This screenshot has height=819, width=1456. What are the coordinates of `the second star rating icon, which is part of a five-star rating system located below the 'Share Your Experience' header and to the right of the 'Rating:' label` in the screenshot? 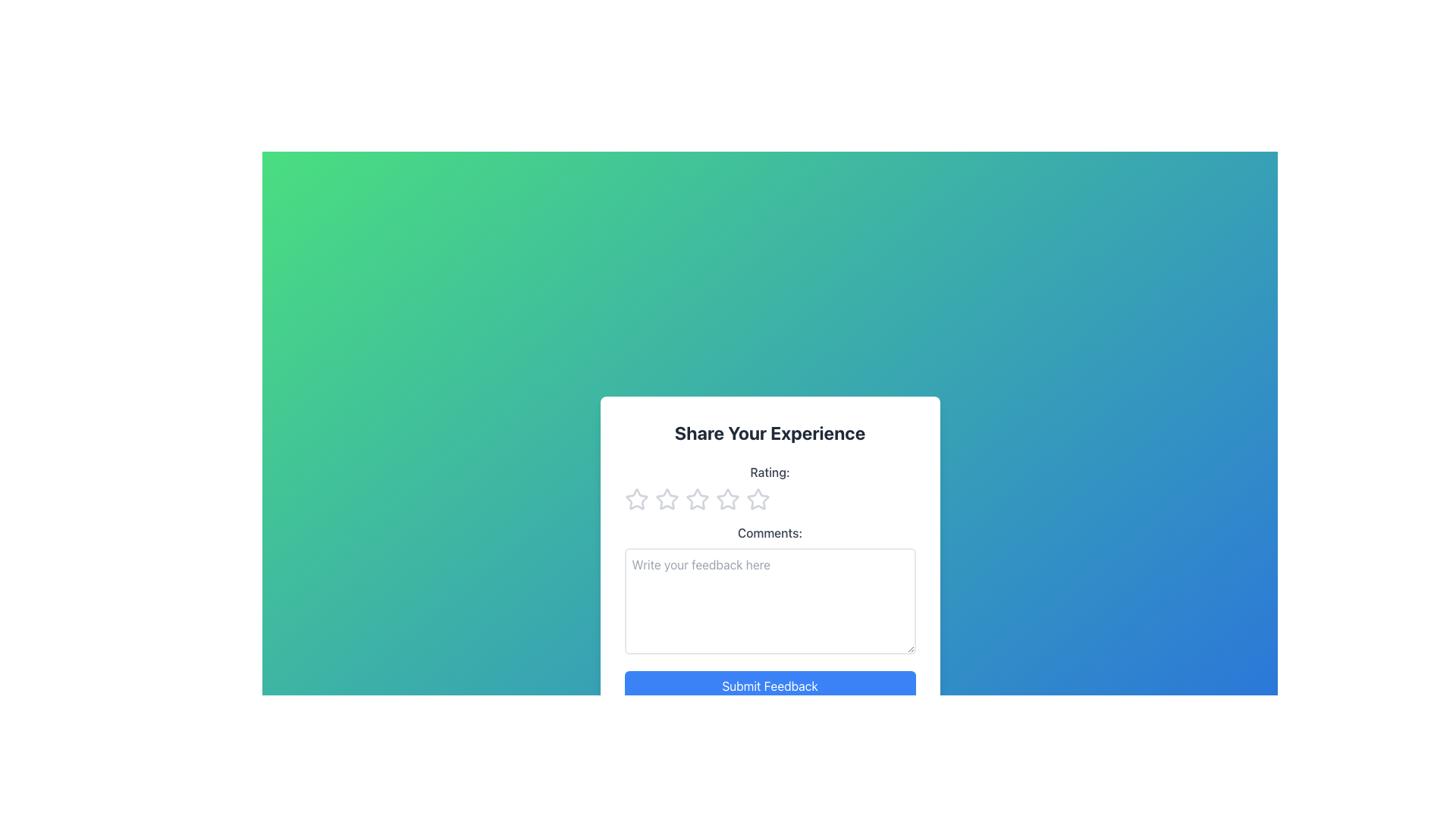 It's located at (696, 499).